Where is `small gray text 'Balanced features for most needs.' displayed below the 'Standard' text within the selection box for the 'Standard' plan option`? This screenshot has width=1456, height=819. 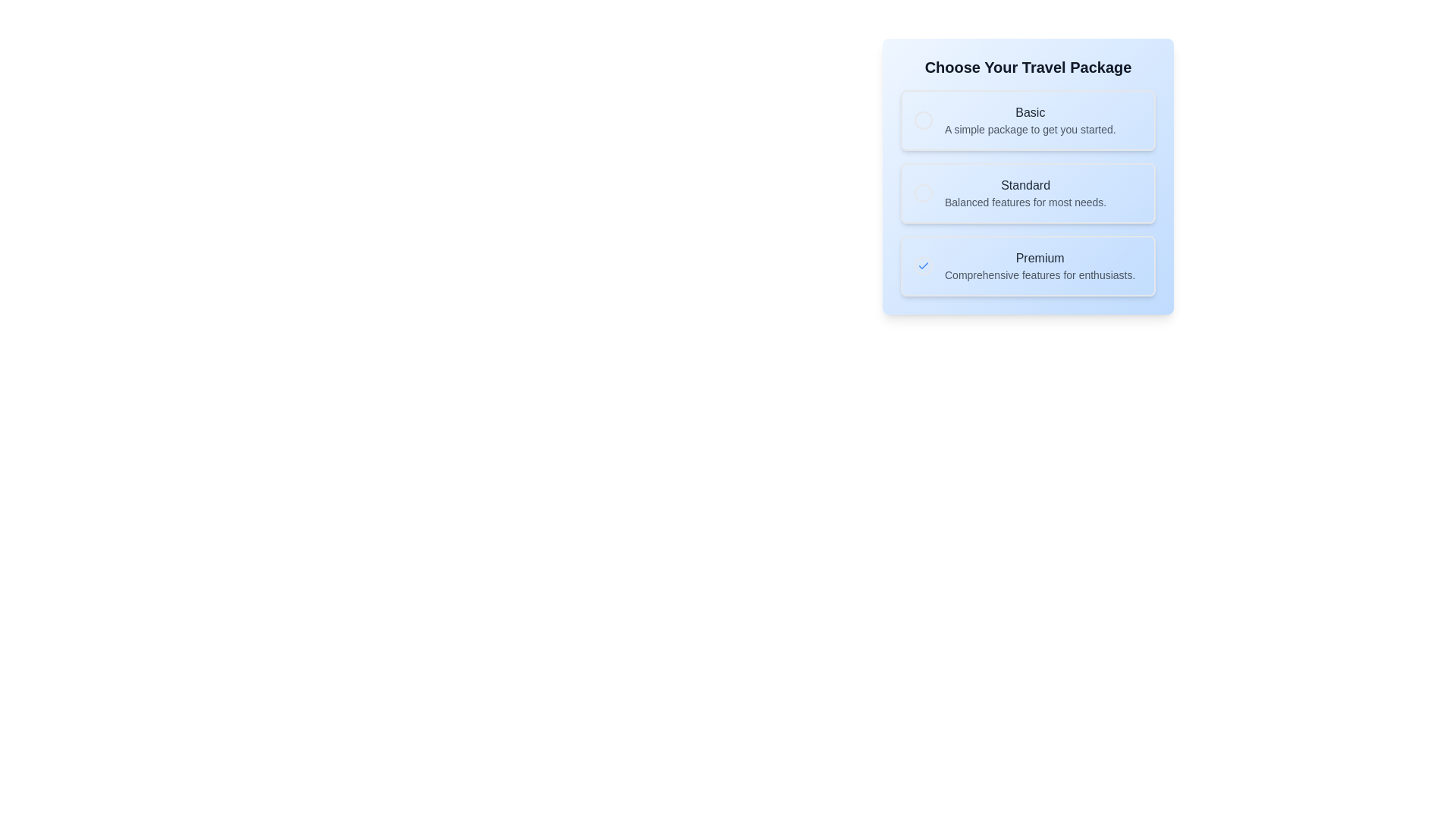 small gray text 'Balanced features for most needs.' displayed below the 'Standard' text within the selection box for the 'Standard' plan option is located at coordinates (1025, 201).